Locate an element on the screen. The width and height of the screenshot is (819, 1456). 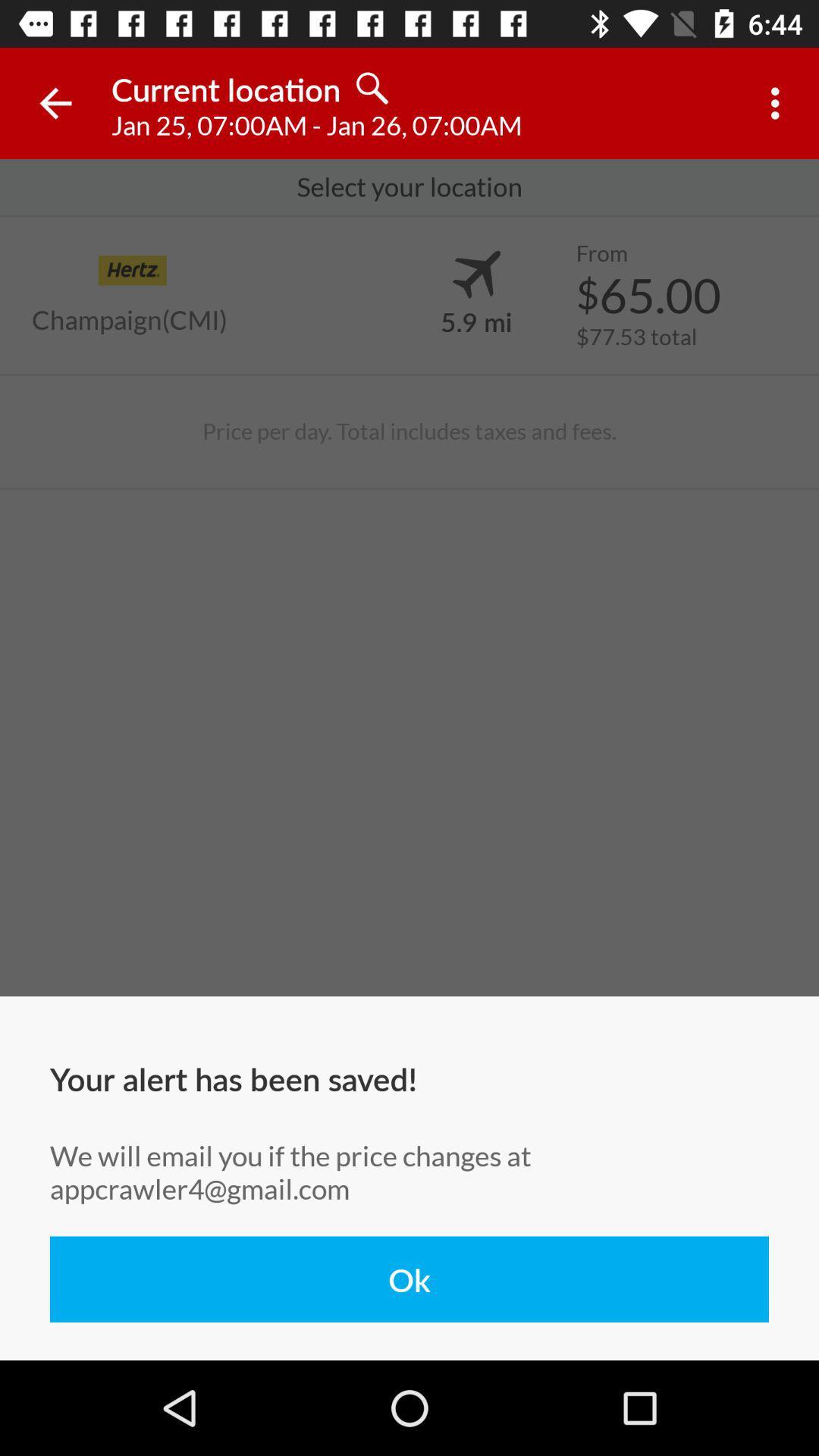
the price per day icon is located at coordinates (409, 431).